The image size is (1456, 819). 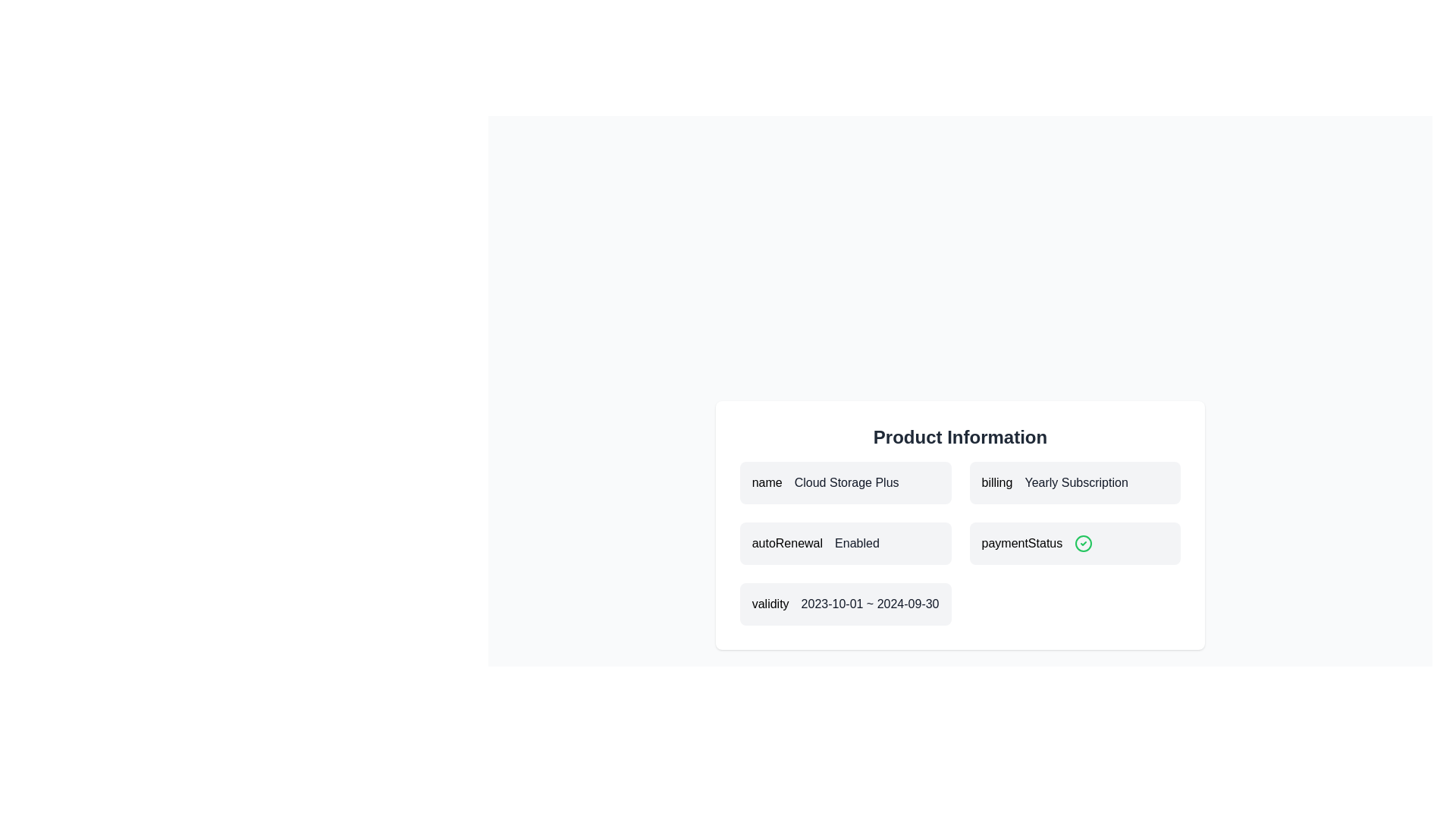 I want to click on the Text Label that serves as a descriptor for the adjacent 'Enabled' text, positioned to the left of it, so click(x=787, y=543).